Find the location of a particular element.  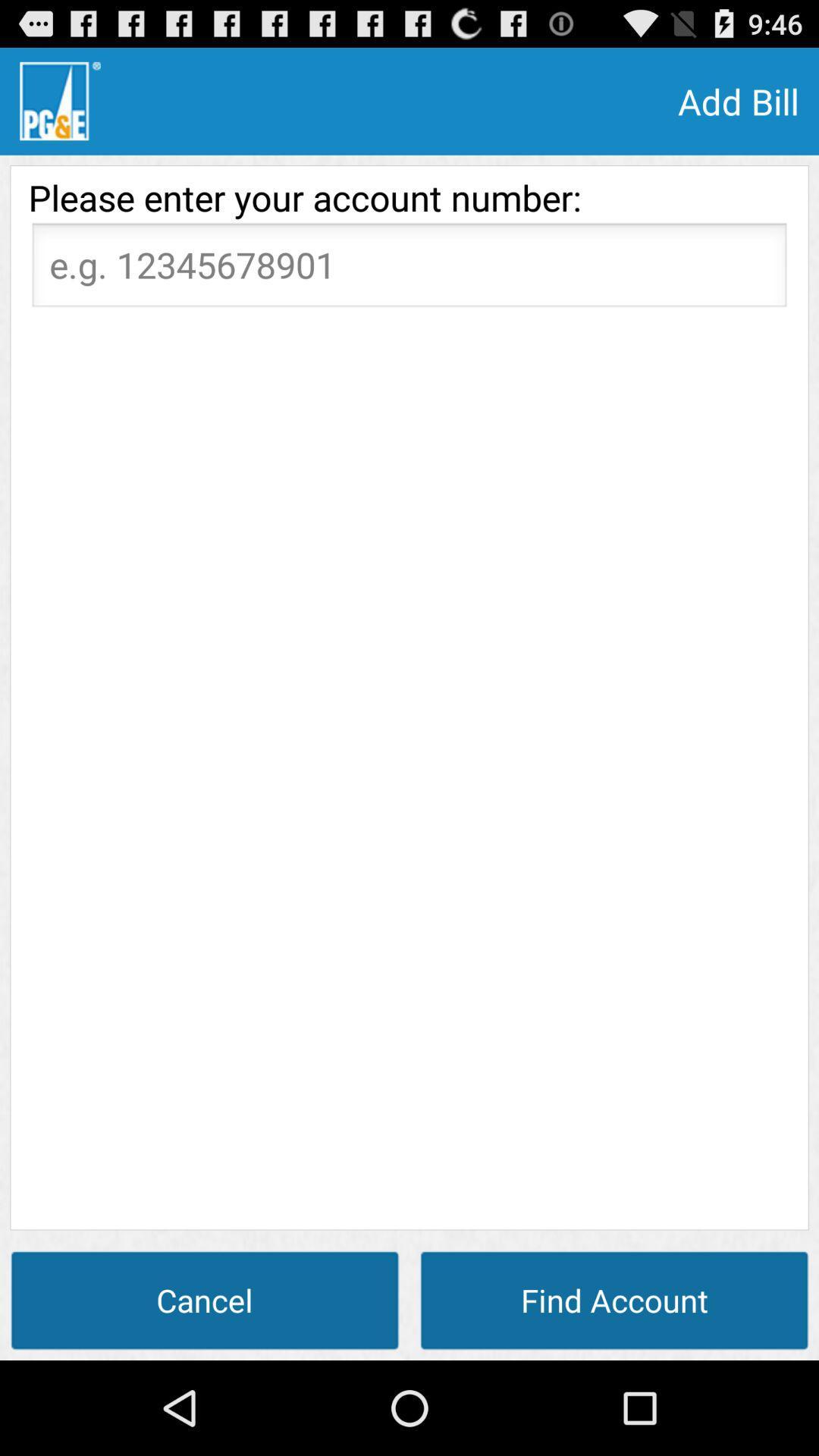

item to the left of the add bill icon is located at coordinates (59, 100).